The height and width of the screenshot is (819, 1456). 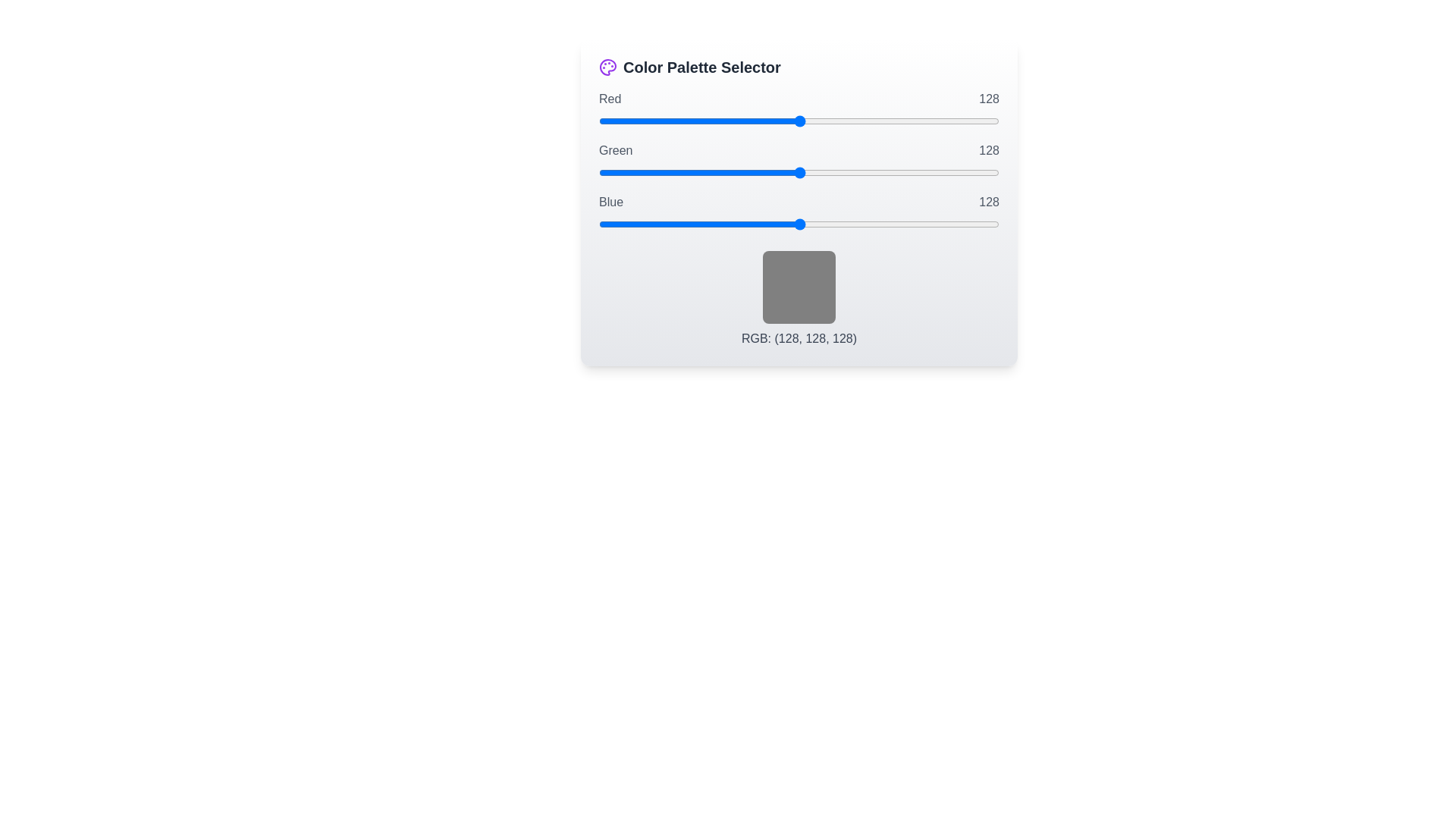 What do you see at coordinates (799, 171) in the screenshot?
I see `the 1 slider to 105 to observe the color preview box update` at bounding box center [799, 171].